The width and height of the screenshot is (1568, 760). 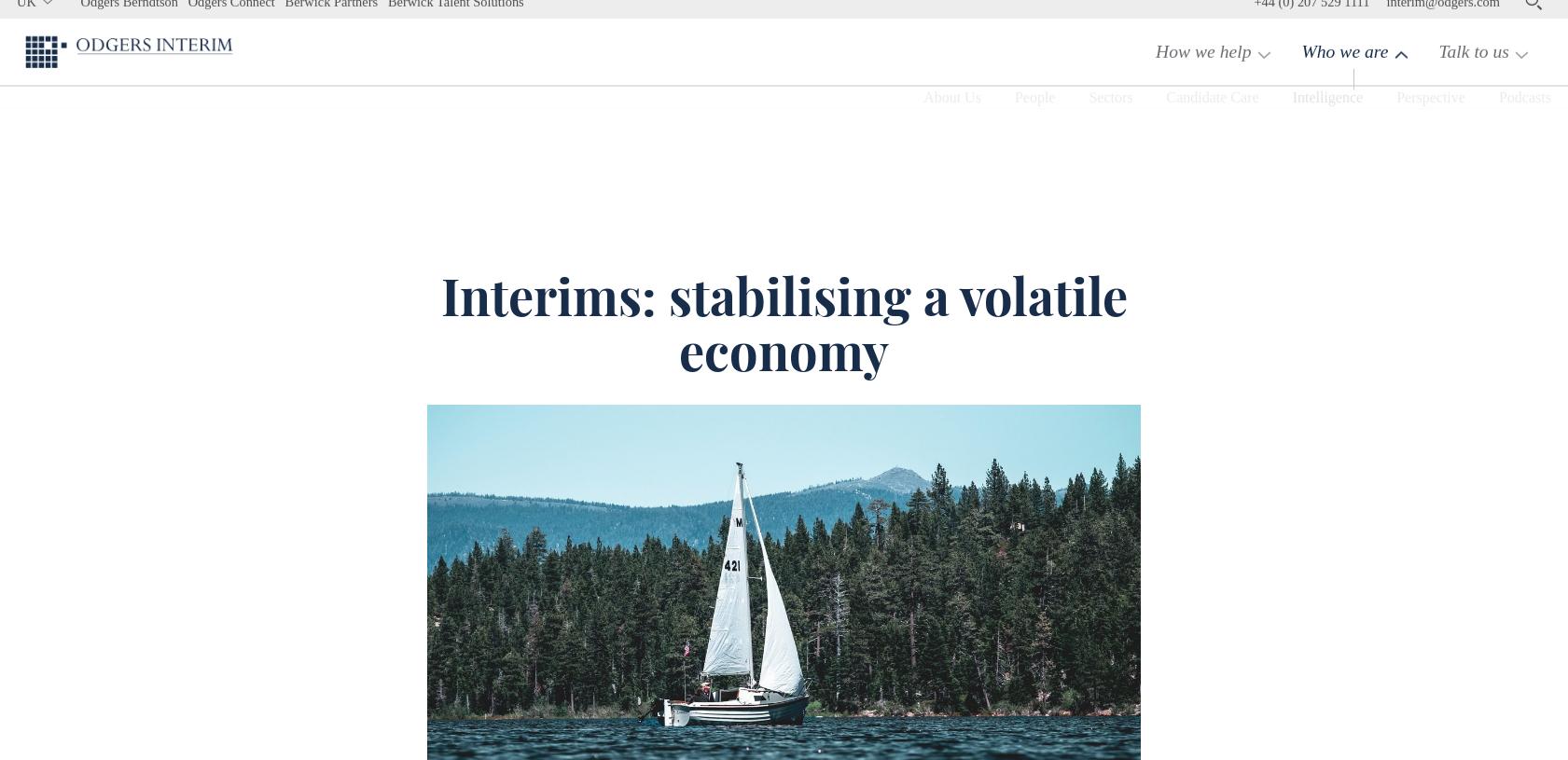 What do you see at coordinates (965, 141) in the screenshot?
I see `'People'` at bounding box center [965, 141].